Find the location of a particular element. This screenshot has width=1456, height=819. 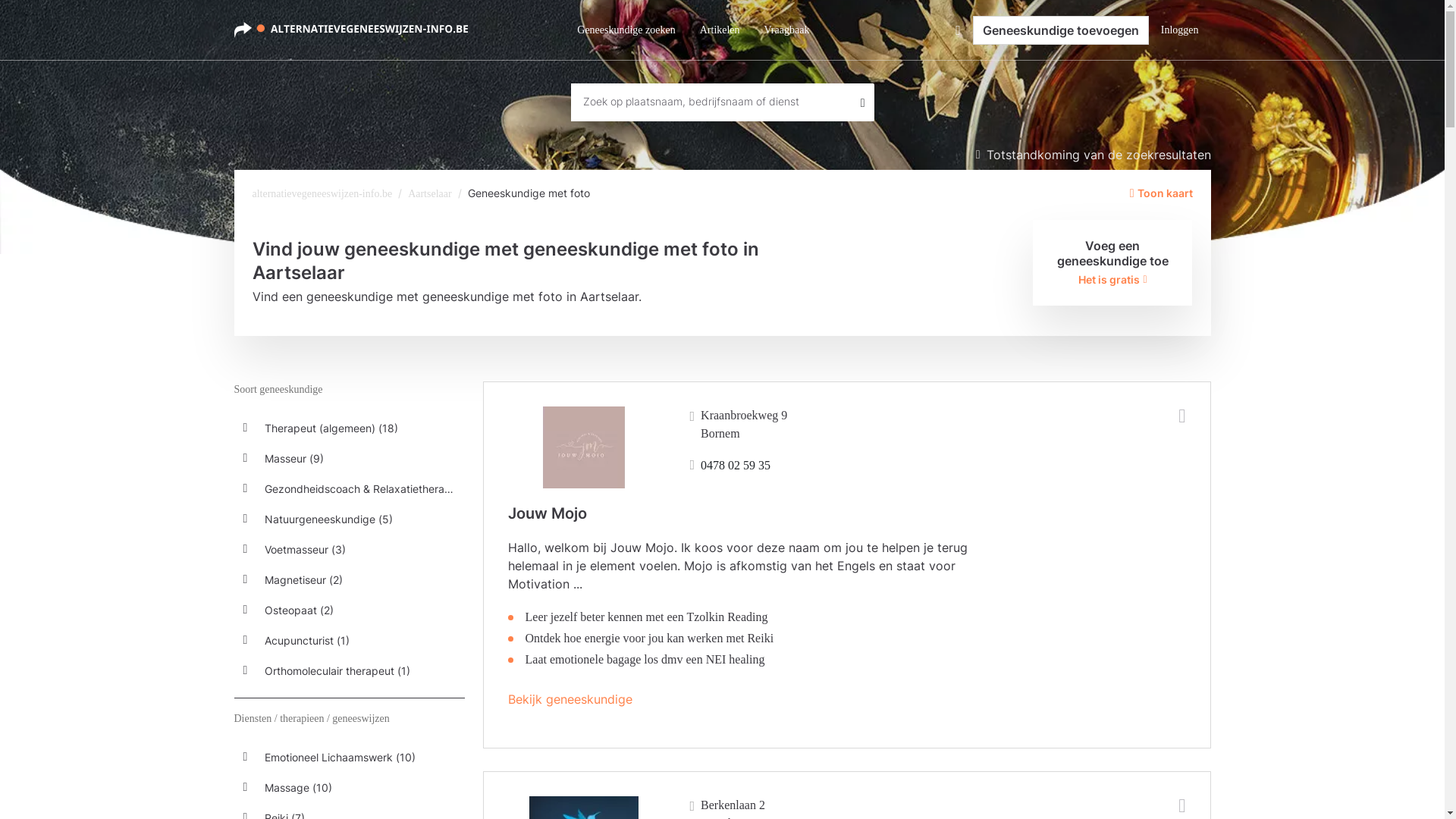

'Masseur (9)' is located at coordinates (348, 457).